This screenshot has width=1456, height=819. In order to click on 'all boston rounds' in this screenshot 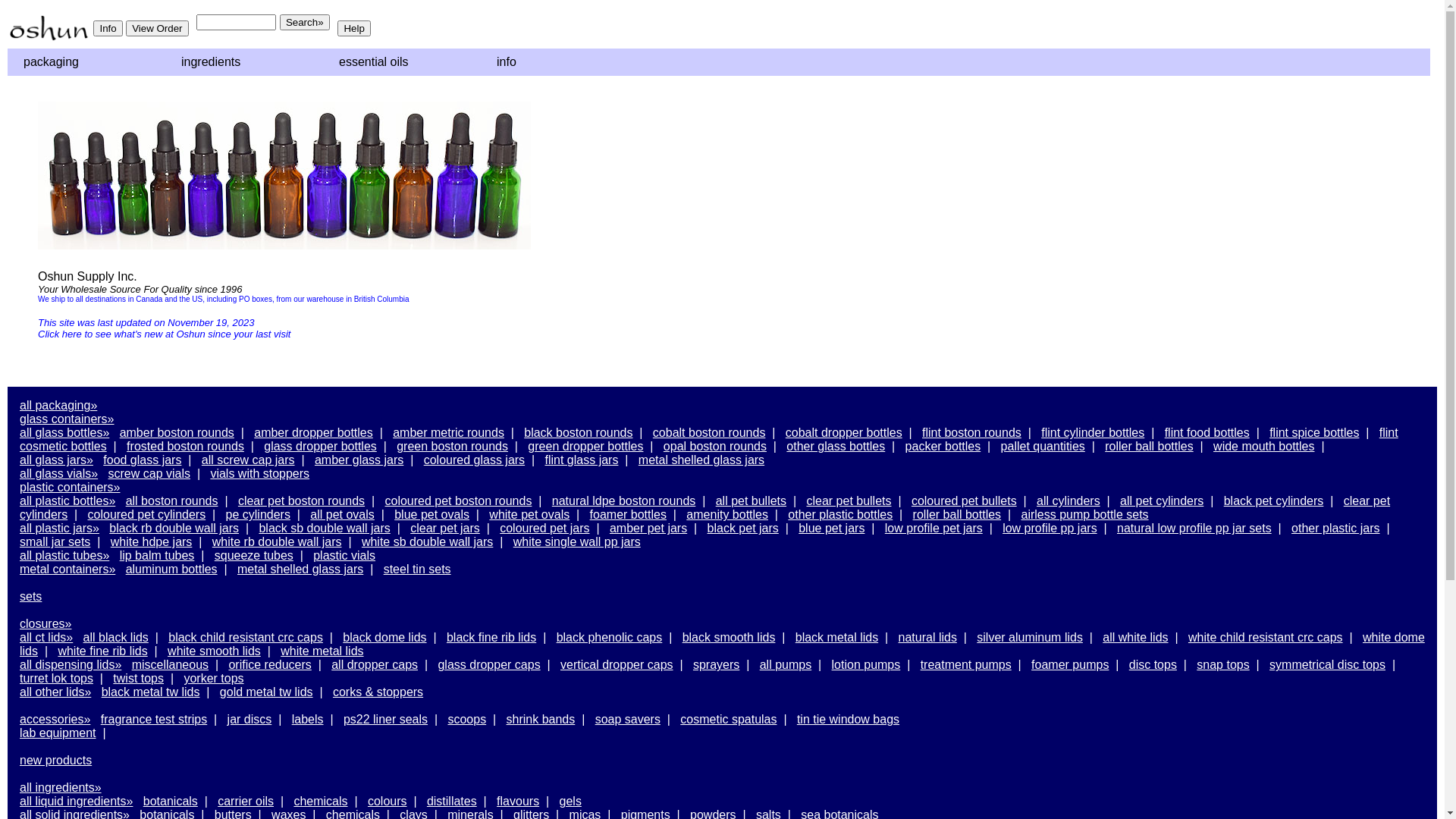, I will do `click(171, 500)`.